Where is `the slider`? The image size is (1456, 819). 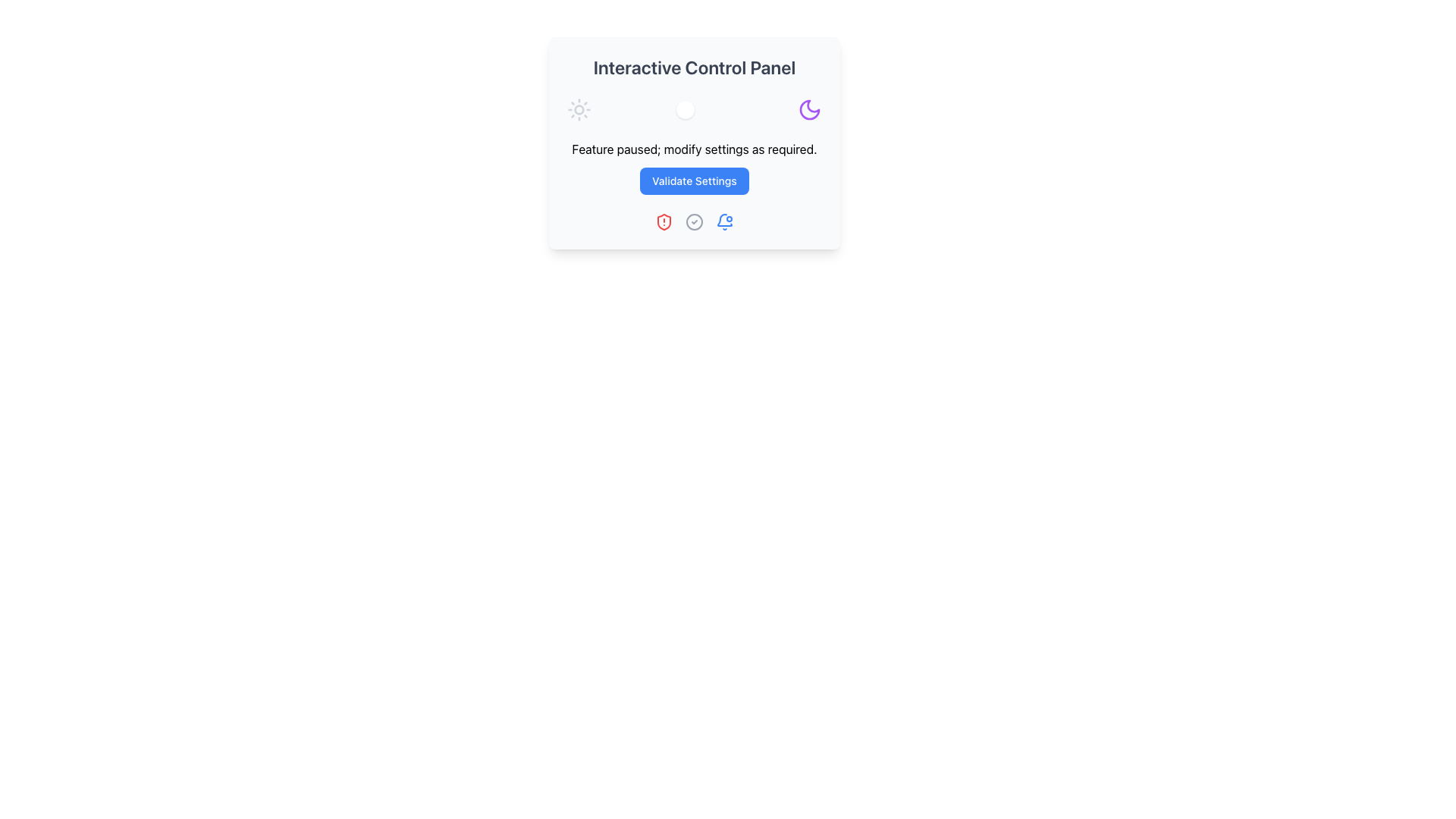
the slider is located at coordinates (686, 109).